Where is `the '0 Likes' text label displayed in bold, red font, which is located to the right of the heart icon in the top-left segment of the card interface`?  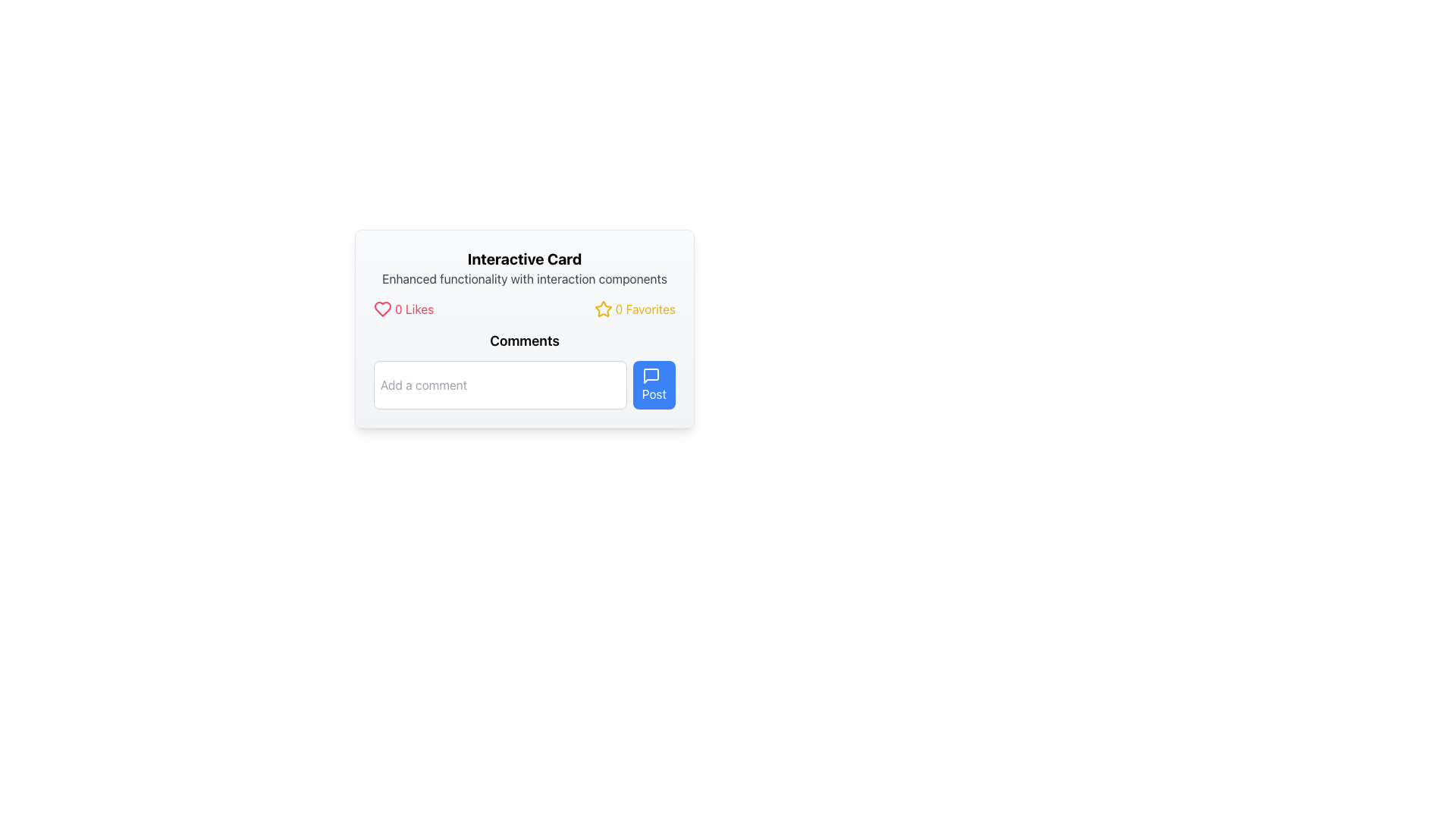 the '0 Likes' text label displayed in bold, red font, which is located to the right of the heart icon in the top-left segment of the card interface is located at coordinates (414, 309).